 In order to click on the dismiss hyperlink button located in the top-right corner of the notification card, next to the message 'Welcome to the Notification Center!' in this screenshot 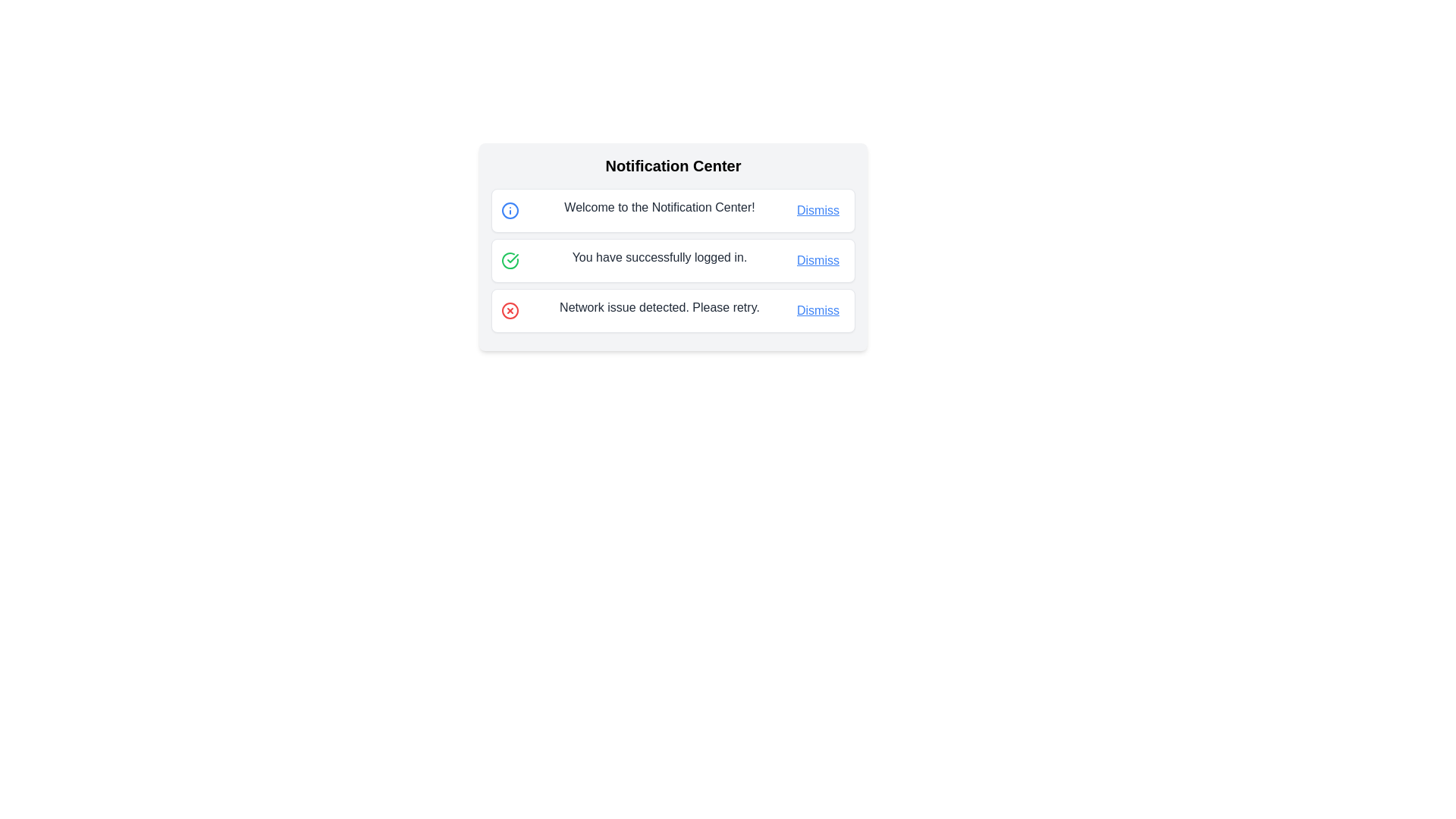, I will do `click(817, 210)`.